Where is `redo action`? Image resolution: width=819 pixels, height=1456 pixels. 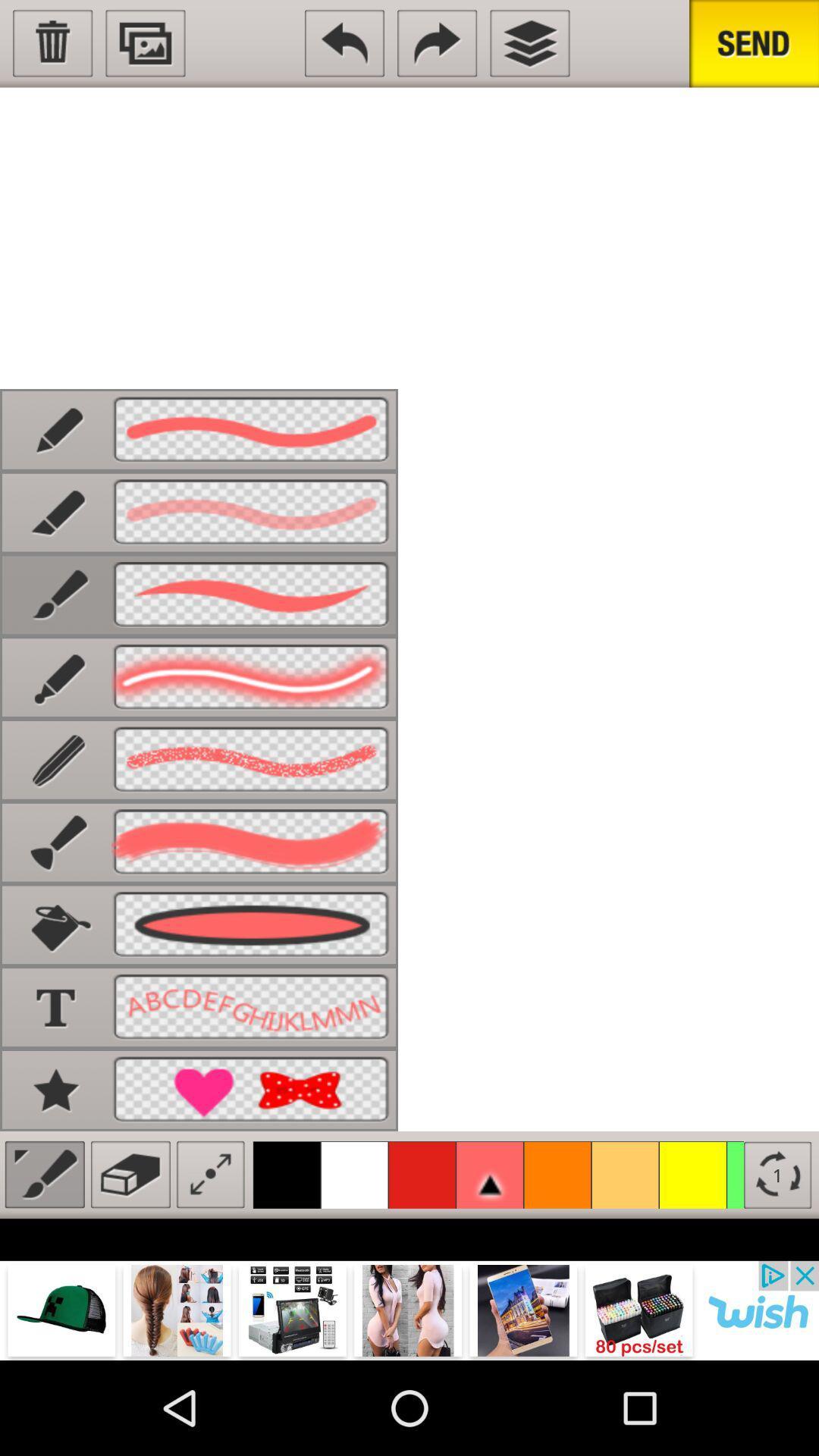
redo action is located at coordinates (437, 43).